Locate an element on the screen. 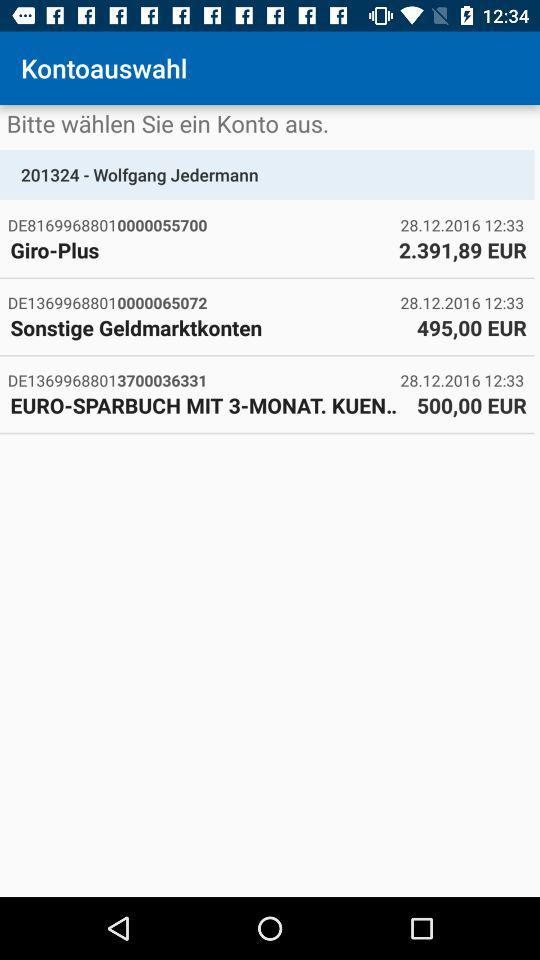 This screenshot has width=540, height=960. the icon to the left of the 2 391 89 item is located at coordinates (199, 249).